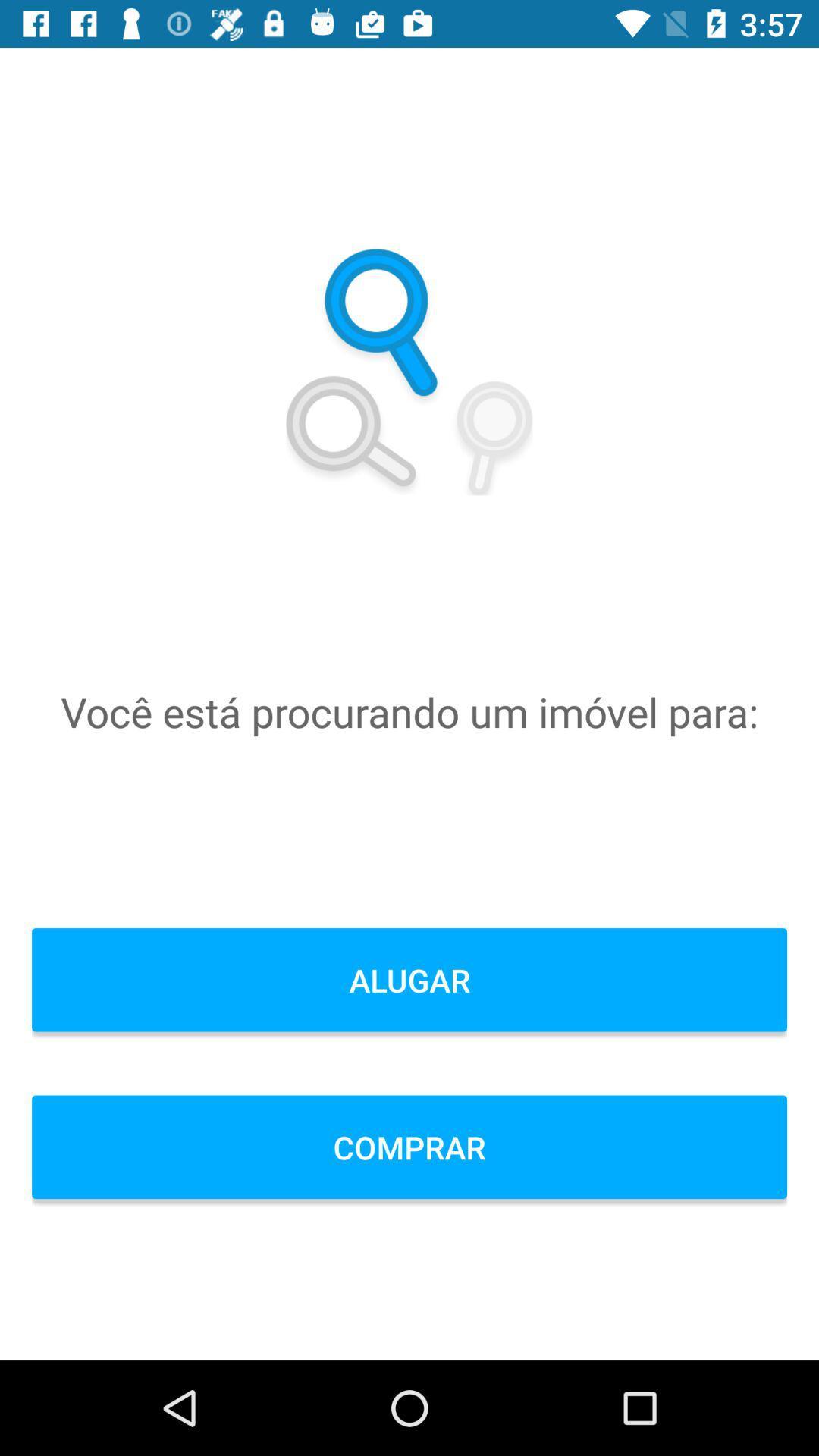 This screenshot has height=1456, width=819. I want to click on the comprar icon, so click(409, 1147).